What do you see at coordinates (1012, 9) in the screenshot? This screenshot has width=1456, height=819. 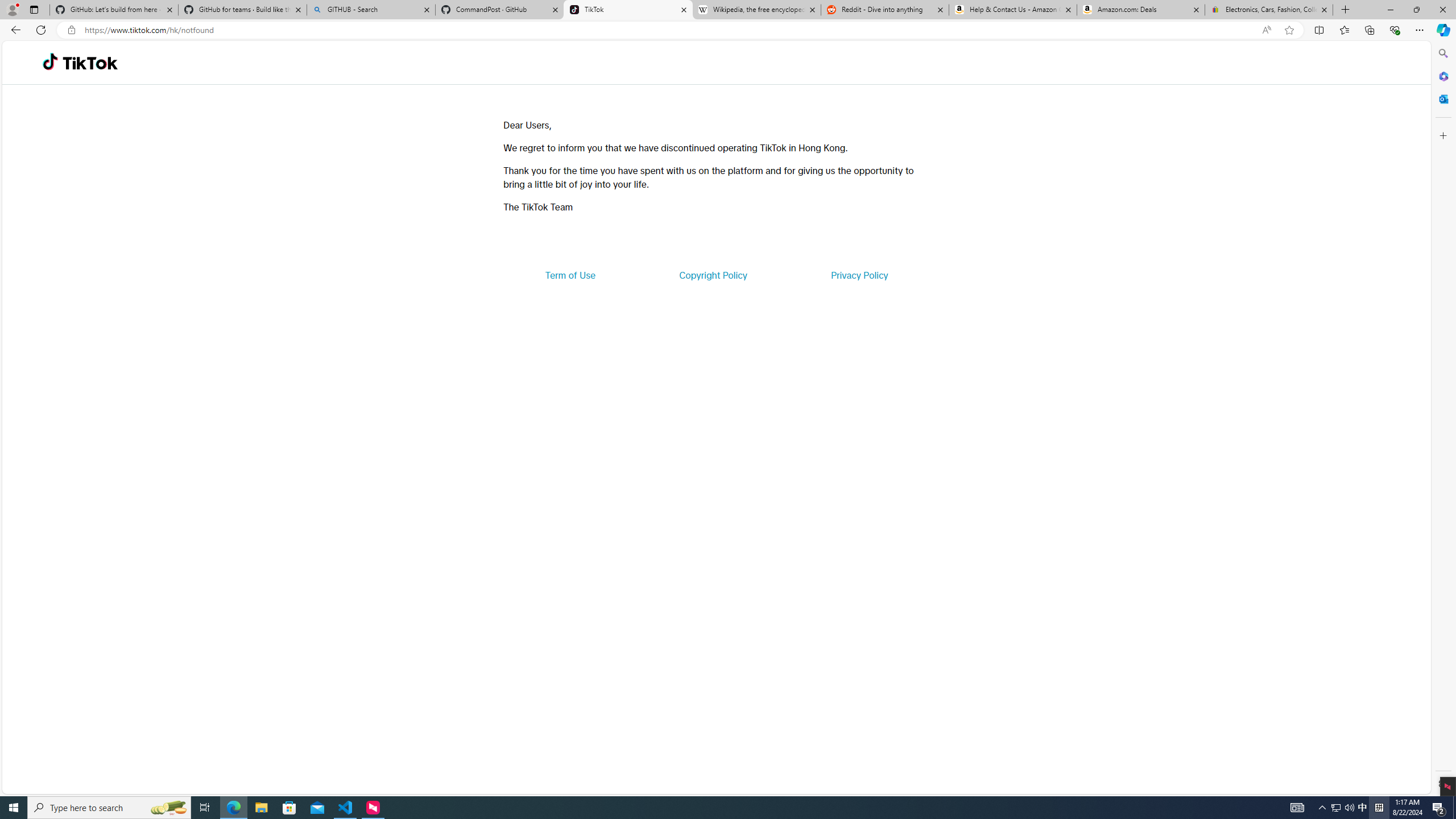 I see `'Help & Contact Us - Amazon Customer Service'` at bounding box center [1012, 9].